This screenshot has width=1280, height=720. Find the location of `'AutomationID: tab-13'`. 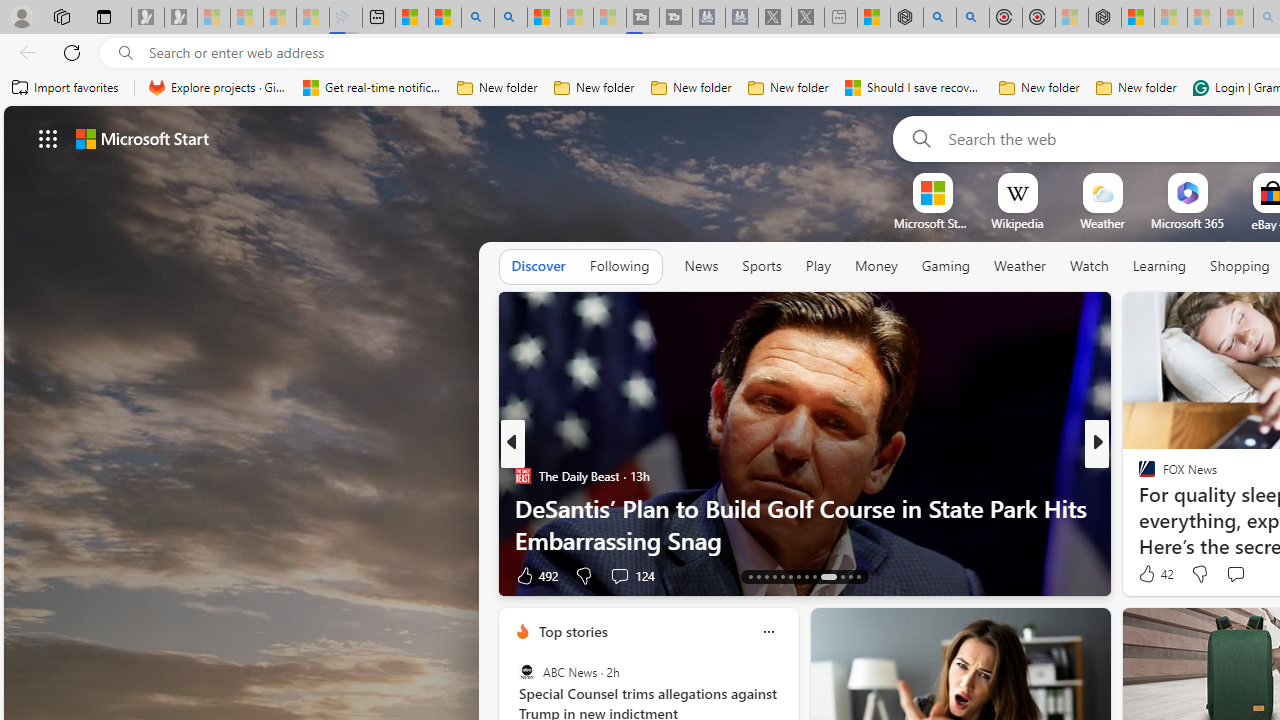

'AutomationID: tab-13' is located at coordinates (749, 577).